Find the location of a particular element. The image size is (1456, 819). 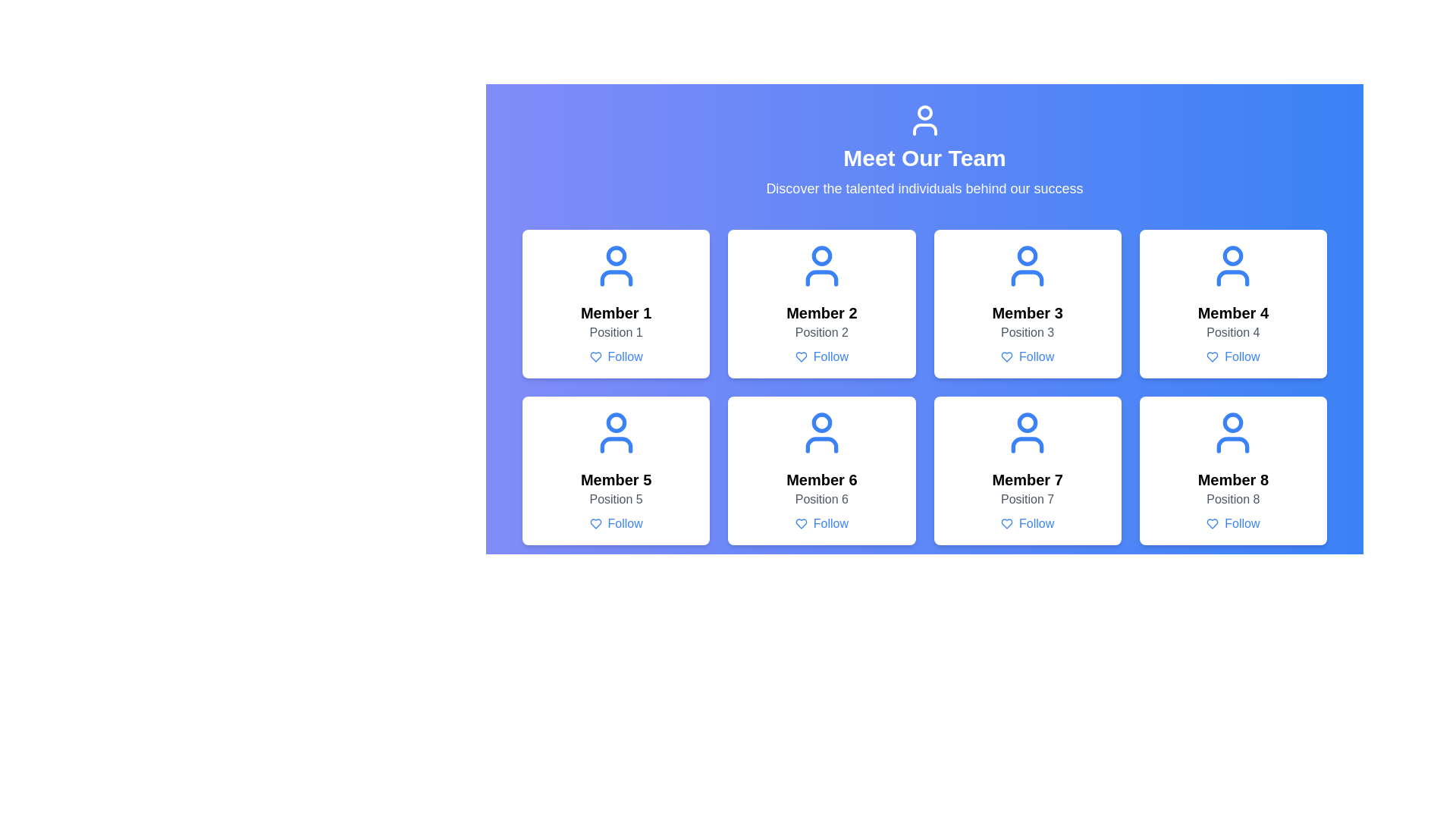

the small circular shape representing 'Member 6' located at the top center of the icon in the second row, second column of the team member grid layout is located at coordinates (821, 422).